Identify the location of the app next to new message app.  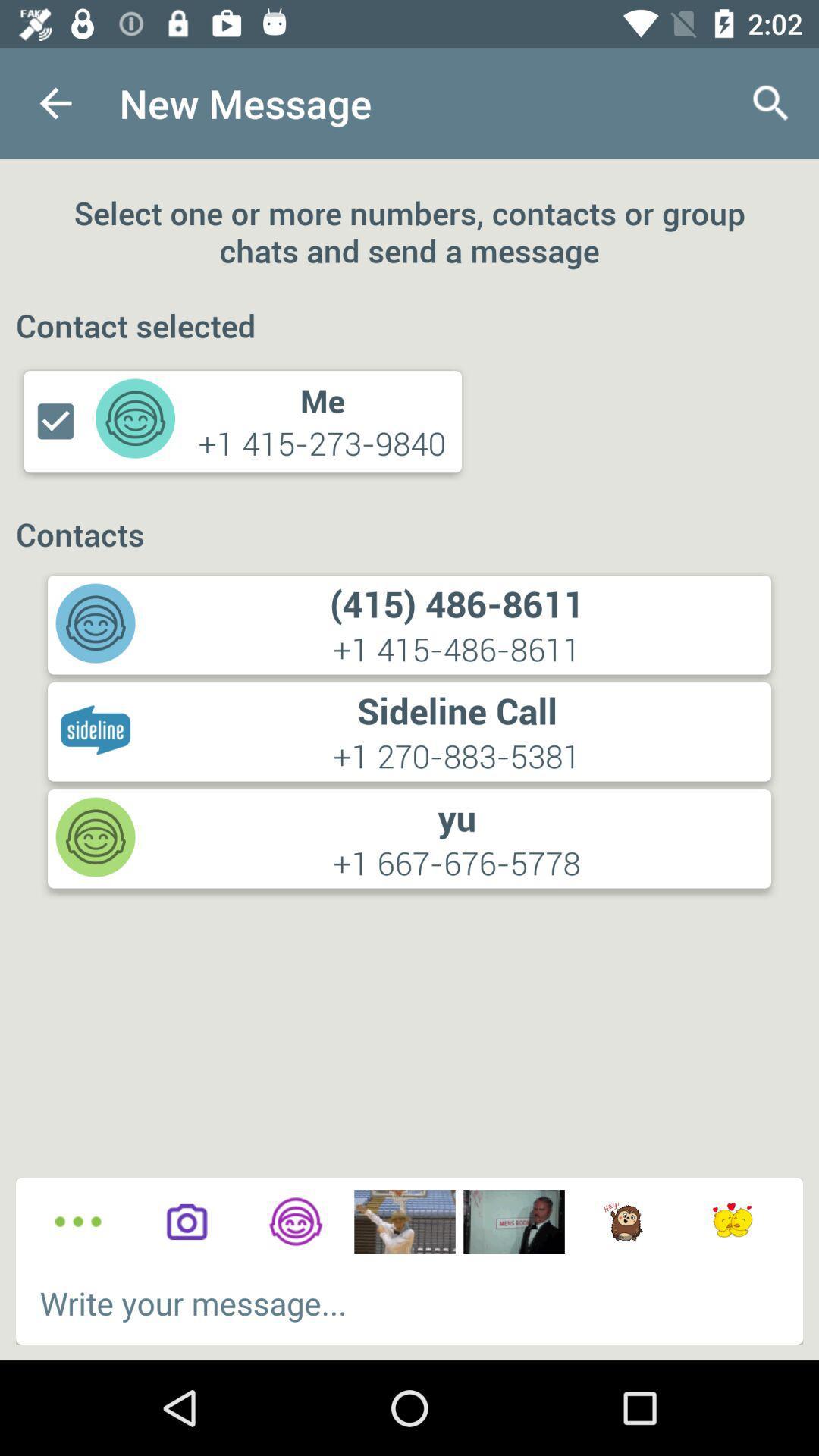
(771, 102).